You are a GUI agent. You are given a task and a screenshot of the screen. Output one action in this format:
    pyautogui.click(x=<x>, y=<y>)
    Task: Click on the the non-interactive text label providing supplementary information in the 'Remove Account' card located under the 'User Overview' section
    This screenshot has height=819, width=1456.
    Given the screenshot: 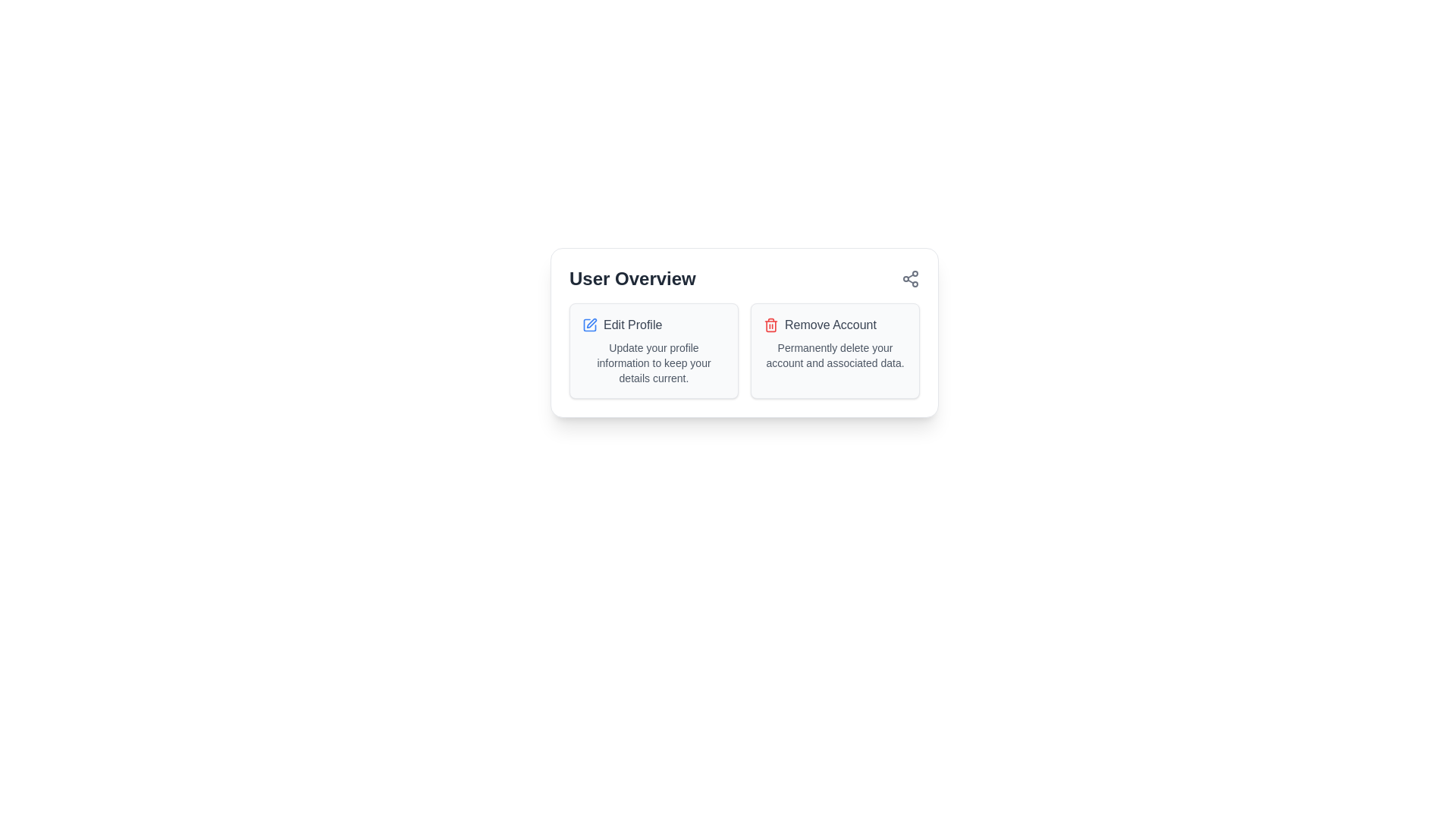 What is the action you would take?
    pyautogui.click(x=834, y=356)
    